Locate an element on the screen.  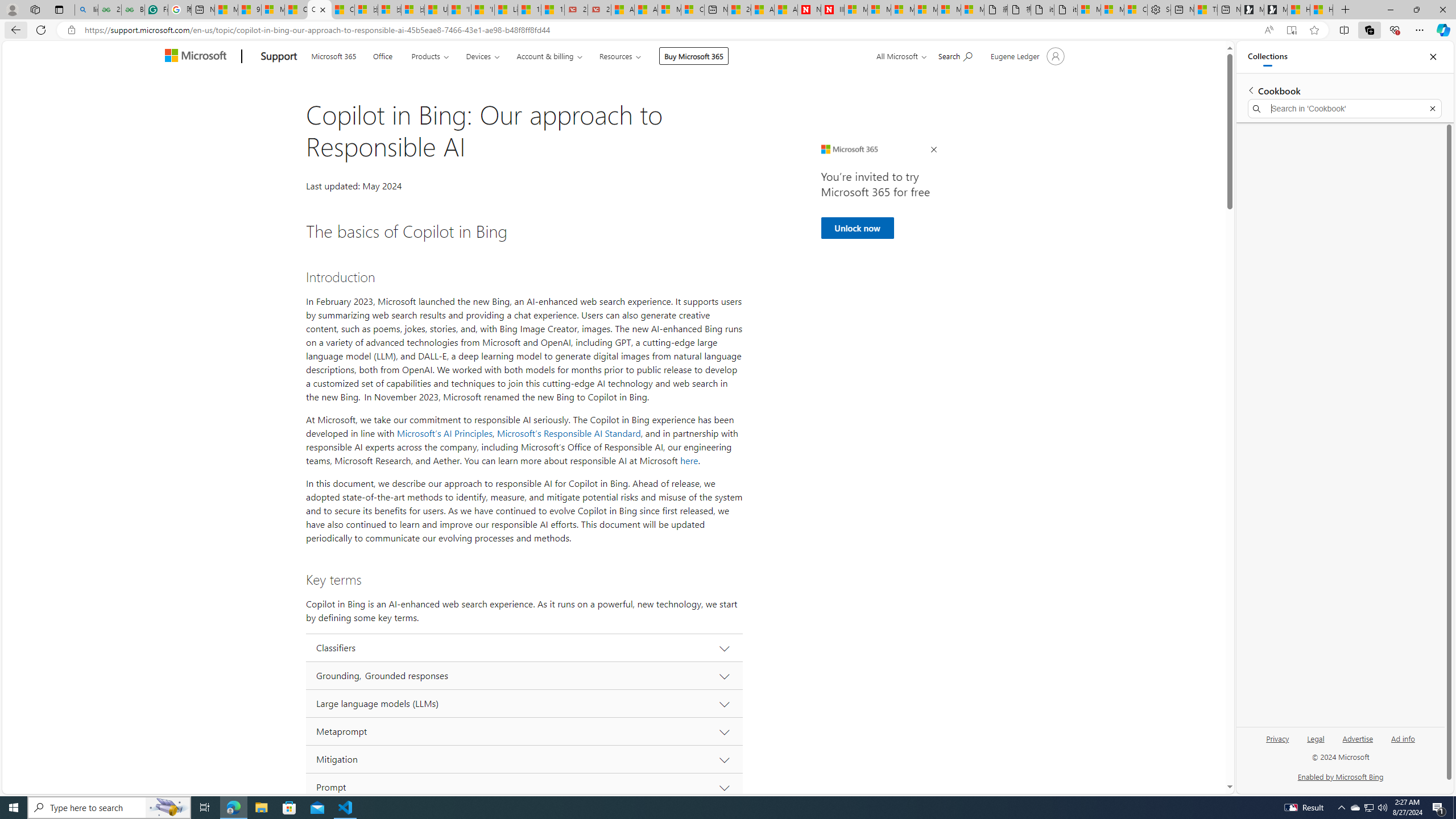
'Search in ' is located at coordinates (1345, 109).